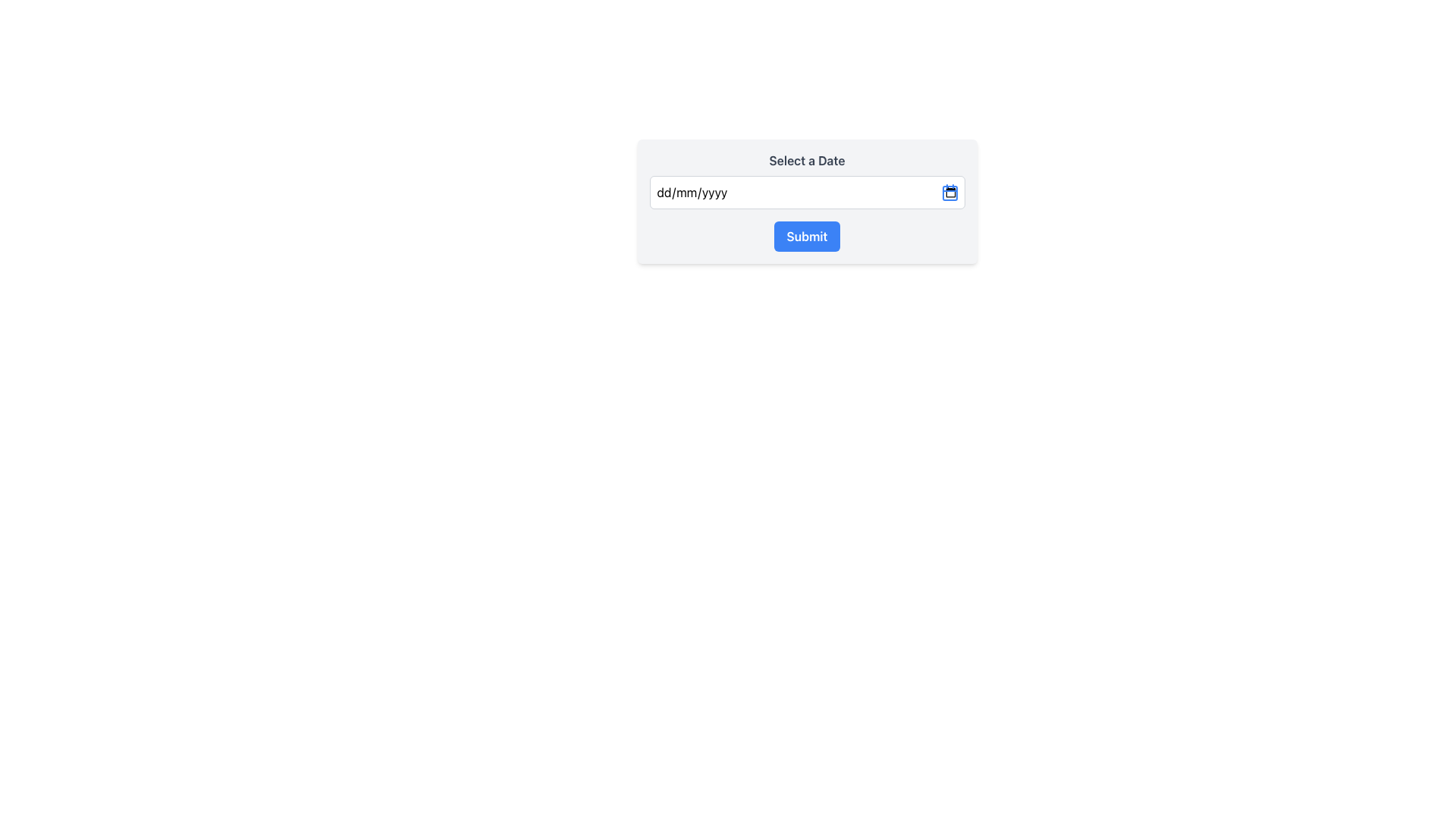 Image resolution: width=1456 pixels, height=819 pixels. I want to click on the calendar icon located to the far right of the date input field, so click(949, 192).